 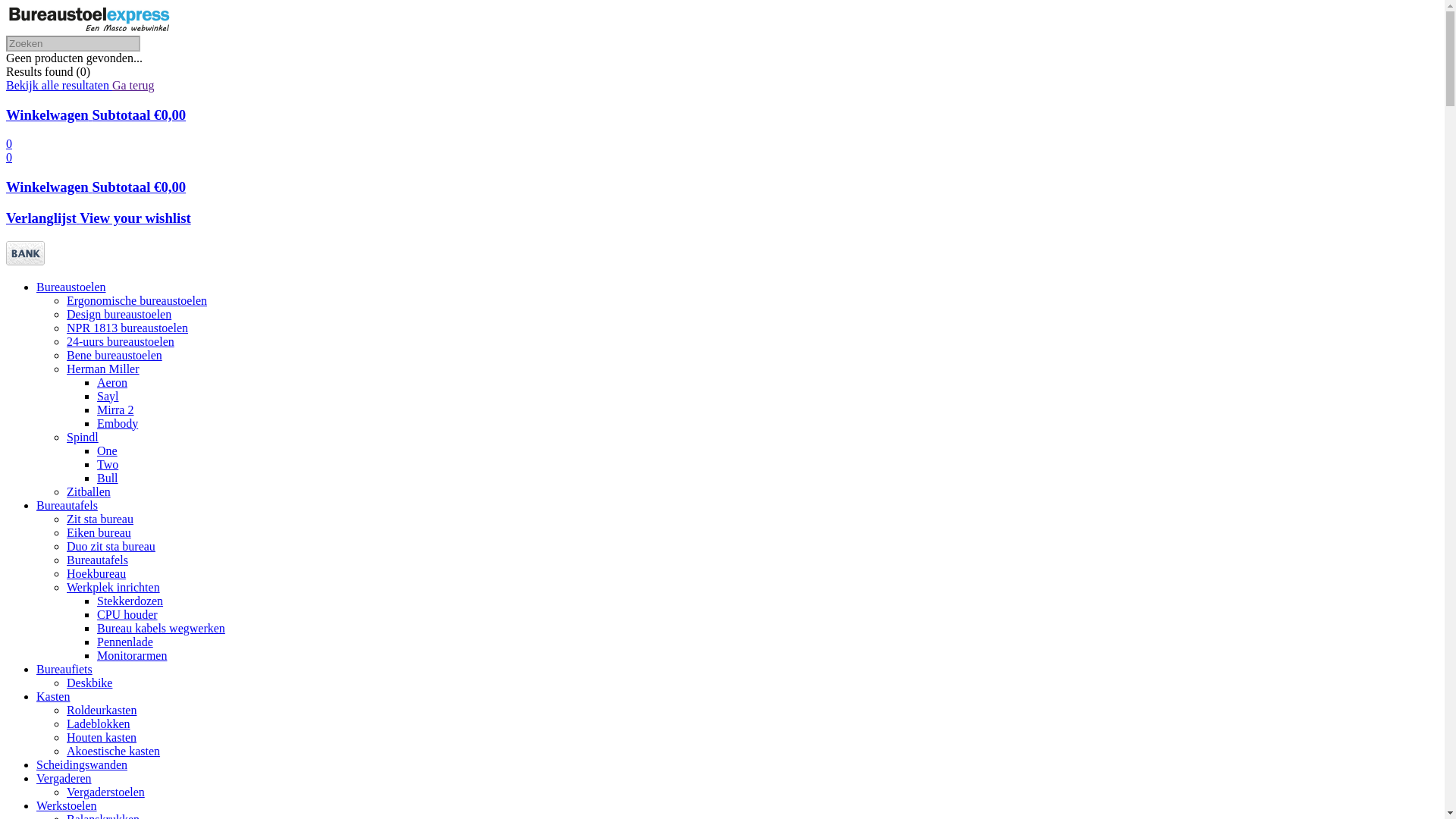 I want to click on 'CPU houder', so click(x=127, y=614).